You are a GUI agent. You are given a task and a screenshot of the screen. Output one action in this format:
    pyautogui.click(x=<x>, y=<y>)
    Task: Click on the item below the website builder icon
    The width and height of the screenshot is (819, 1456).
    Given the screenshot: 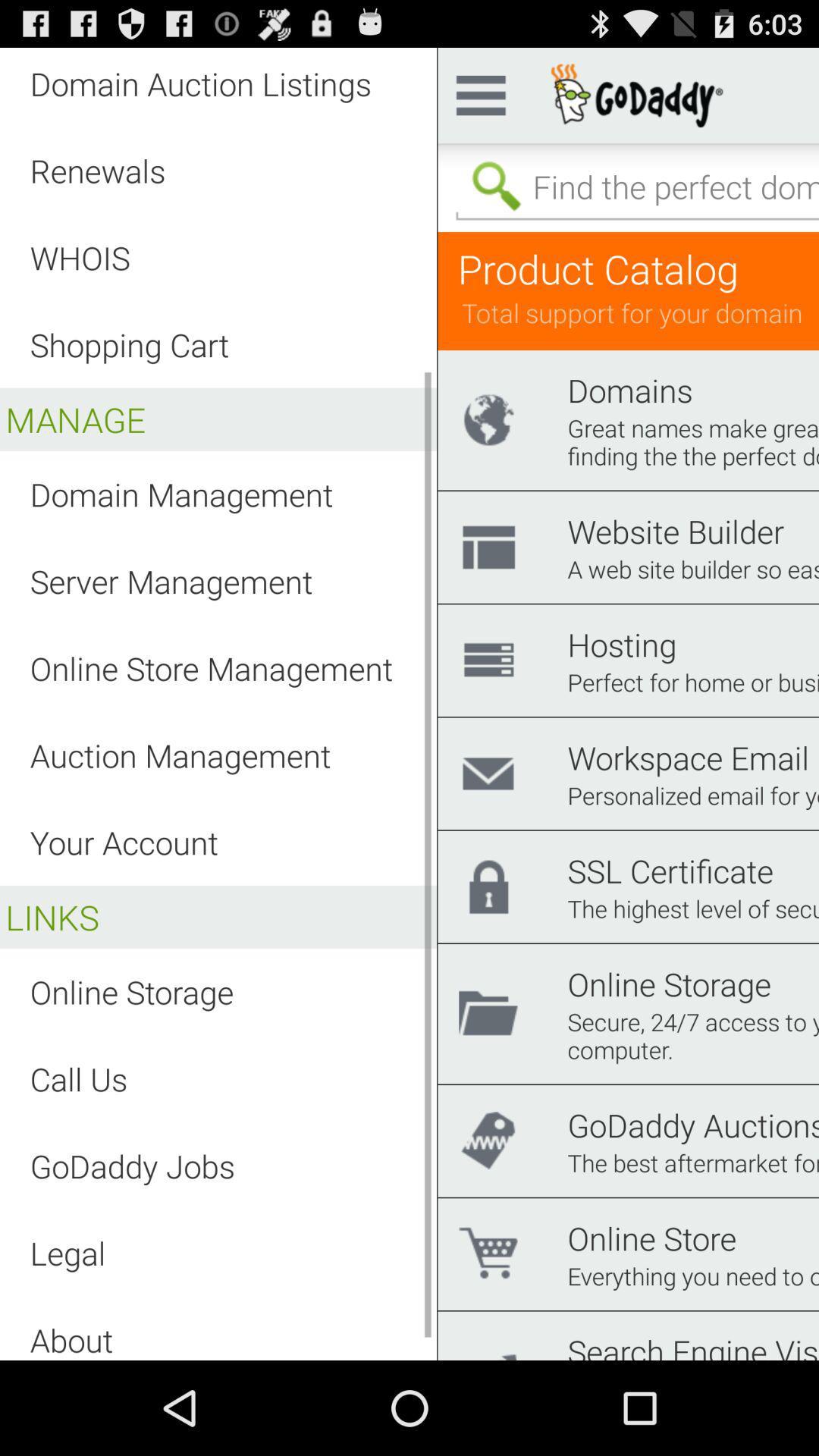 What is the action you would take?
    pyautogui.click(x=693, y=568)
    